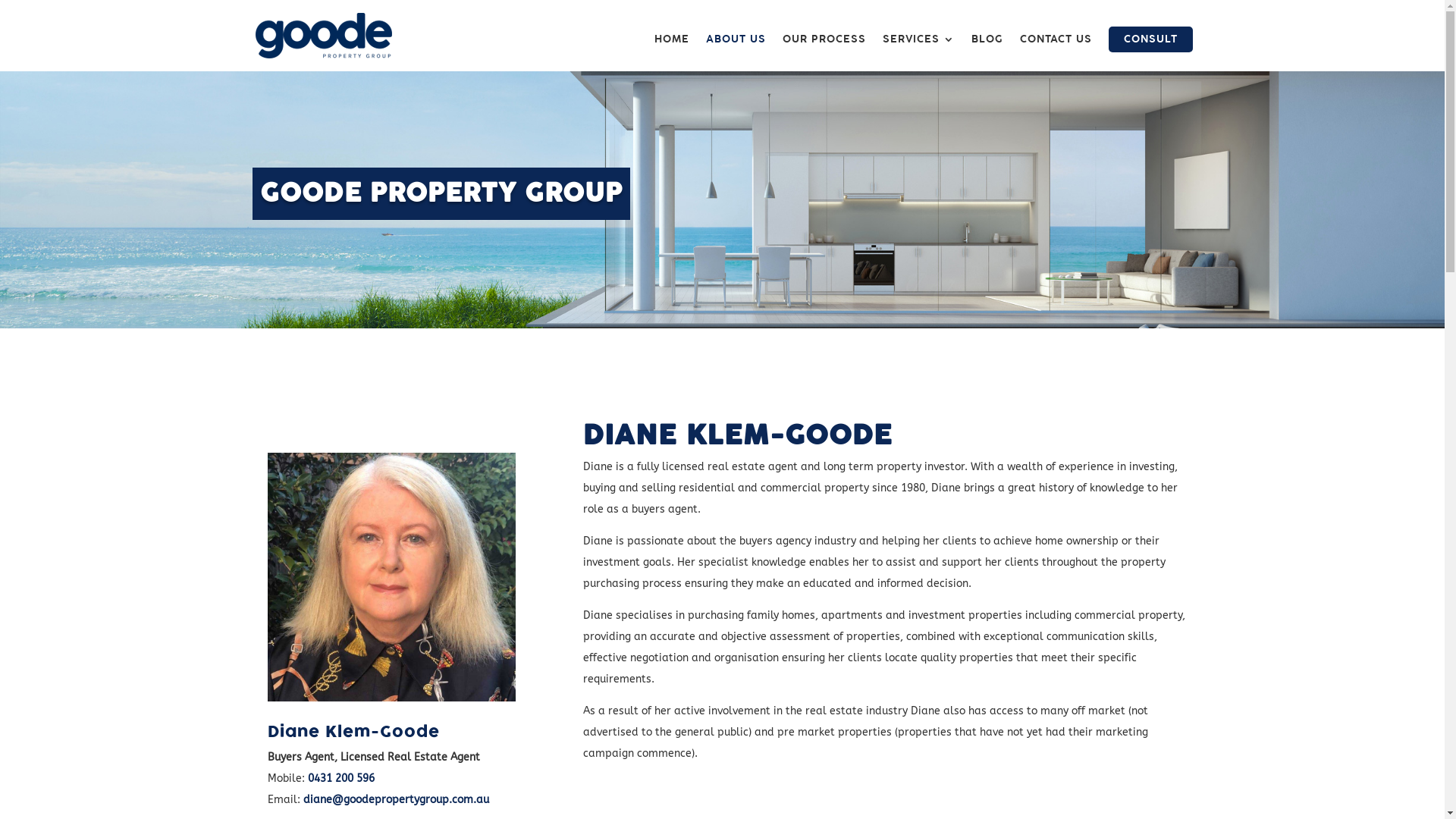 This screenshot has width=1456, height=819. I want to click on 'ABOUT US', so click(735, 52).